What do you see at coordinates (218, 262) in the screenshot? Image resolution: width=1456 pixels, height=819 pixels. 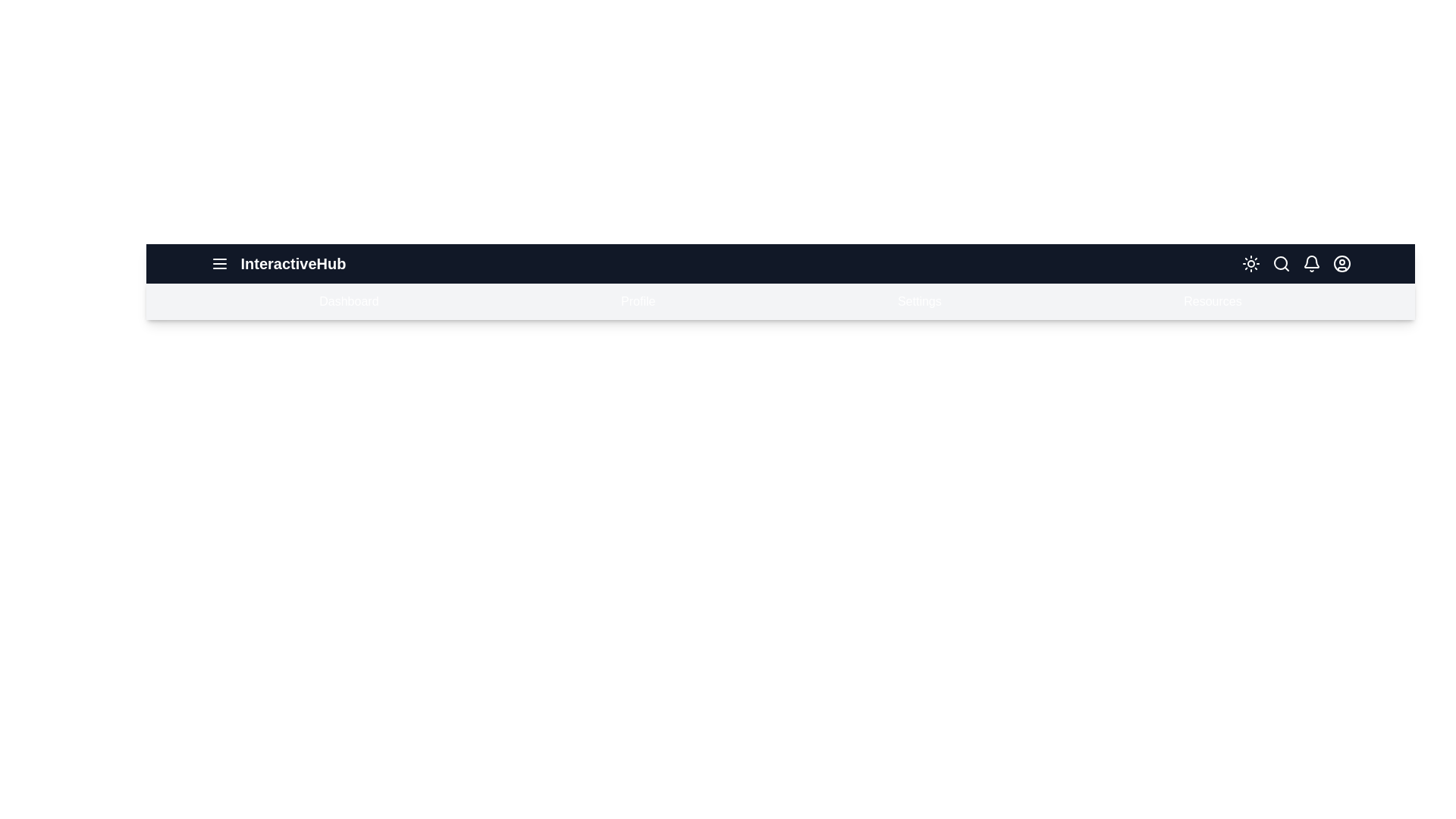 I see `the menu icon to toggle the menu visibility` at bounding box center [218, 262].